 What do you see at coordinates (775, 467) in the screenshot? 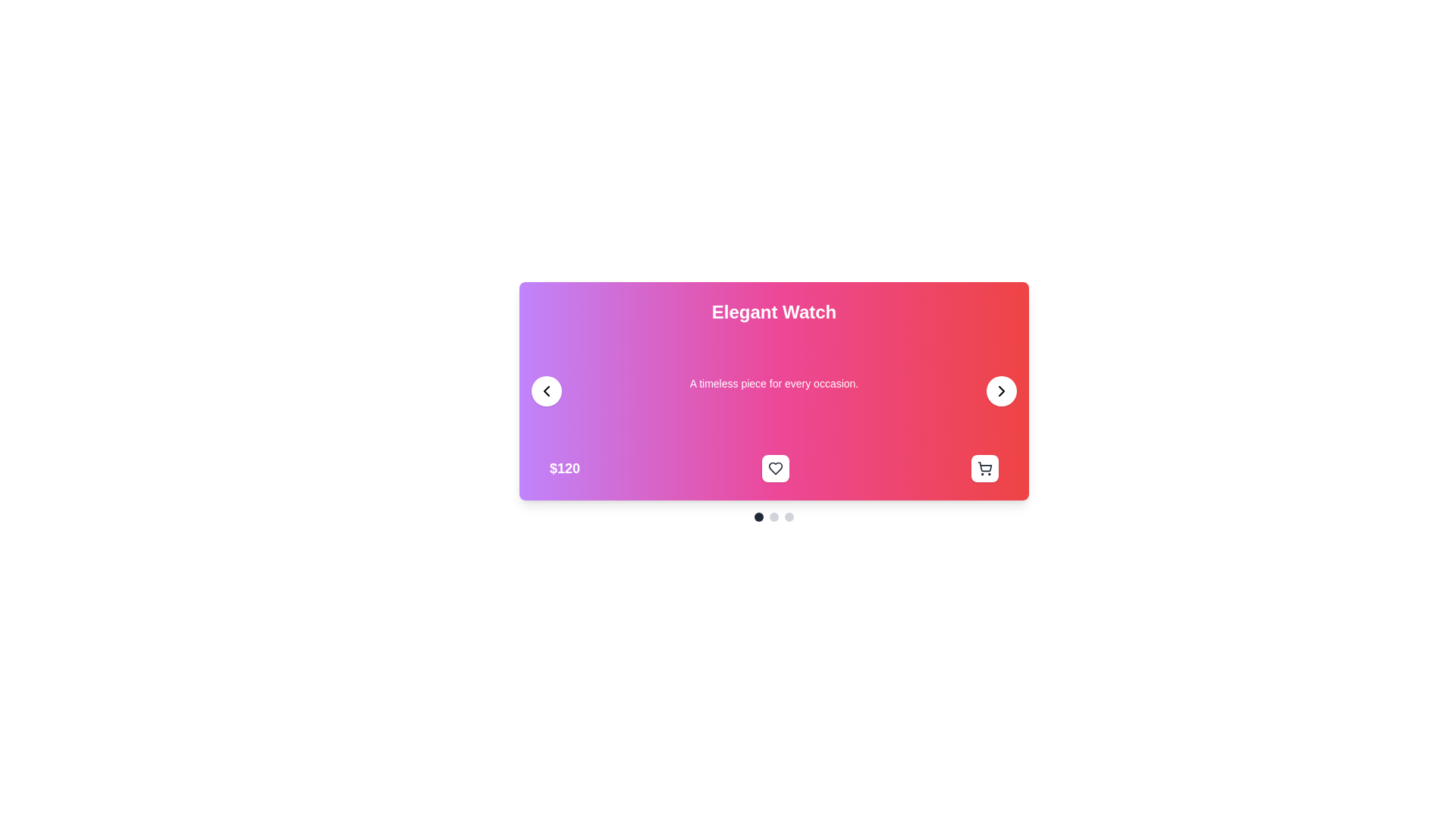
I see `the heart button located at the bottom center of the card layout, positioned directly to the right of the text '$120' and to the left of the shopping cart button, to mark an item as a favorite` at bounding box center [775, 467].